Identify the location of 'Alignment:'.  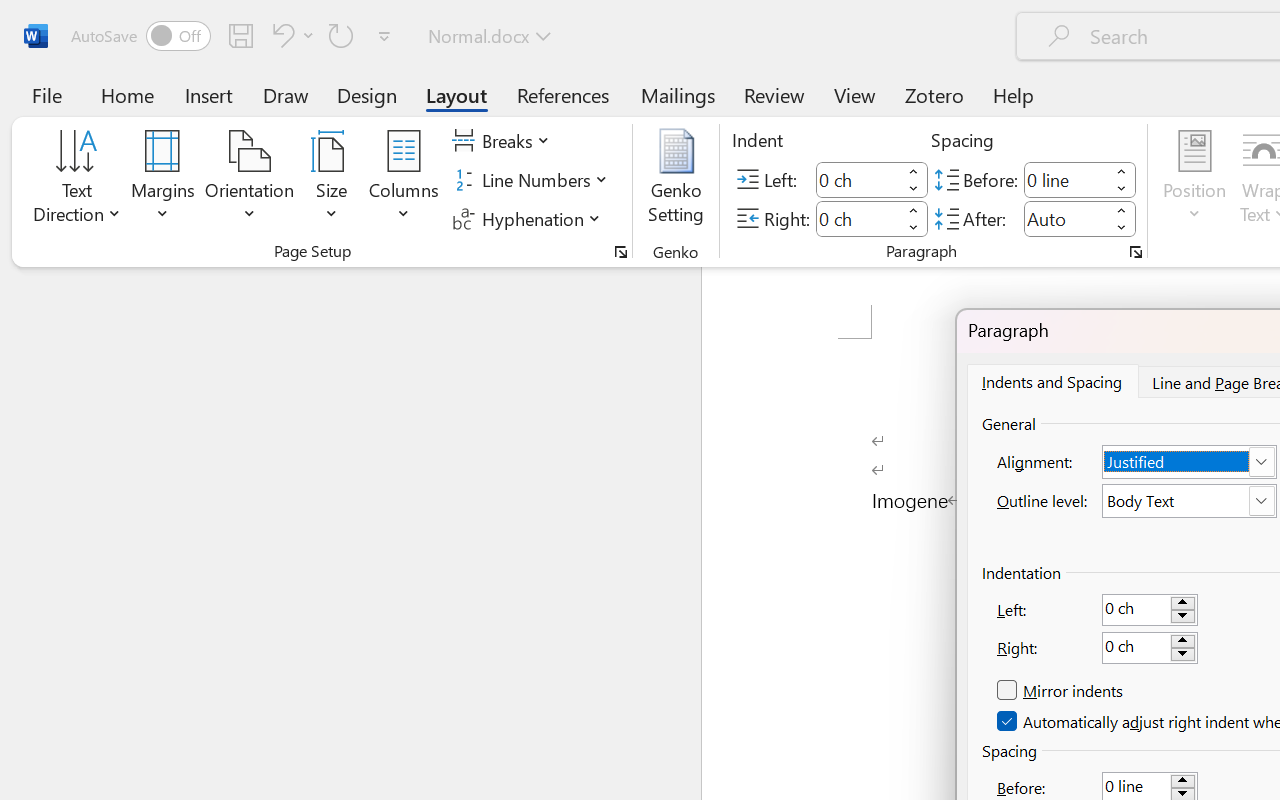
(1189, 461).